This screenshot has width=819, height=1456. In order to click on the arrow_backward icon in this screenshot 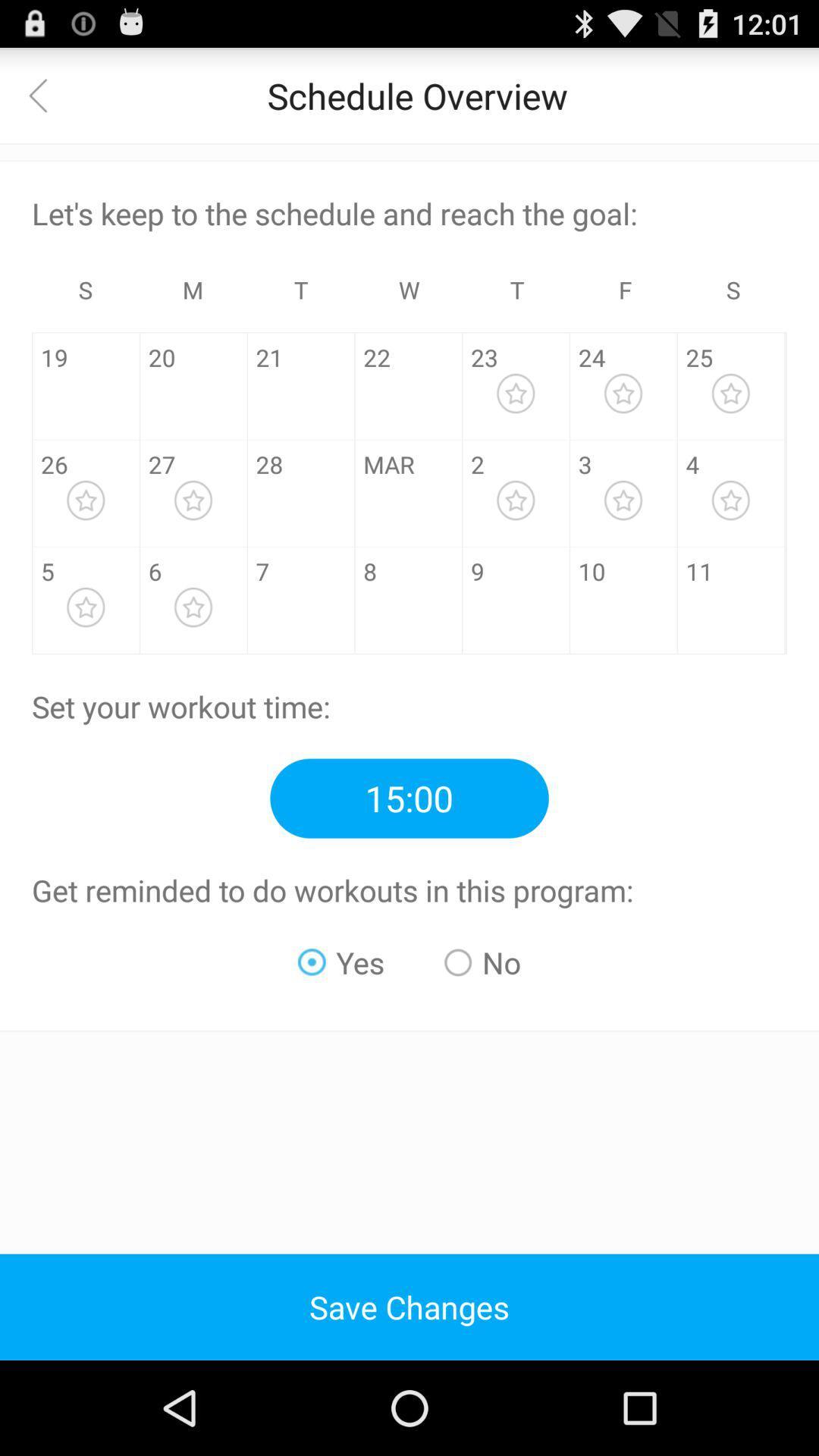, I will do `click(46, 101)`.